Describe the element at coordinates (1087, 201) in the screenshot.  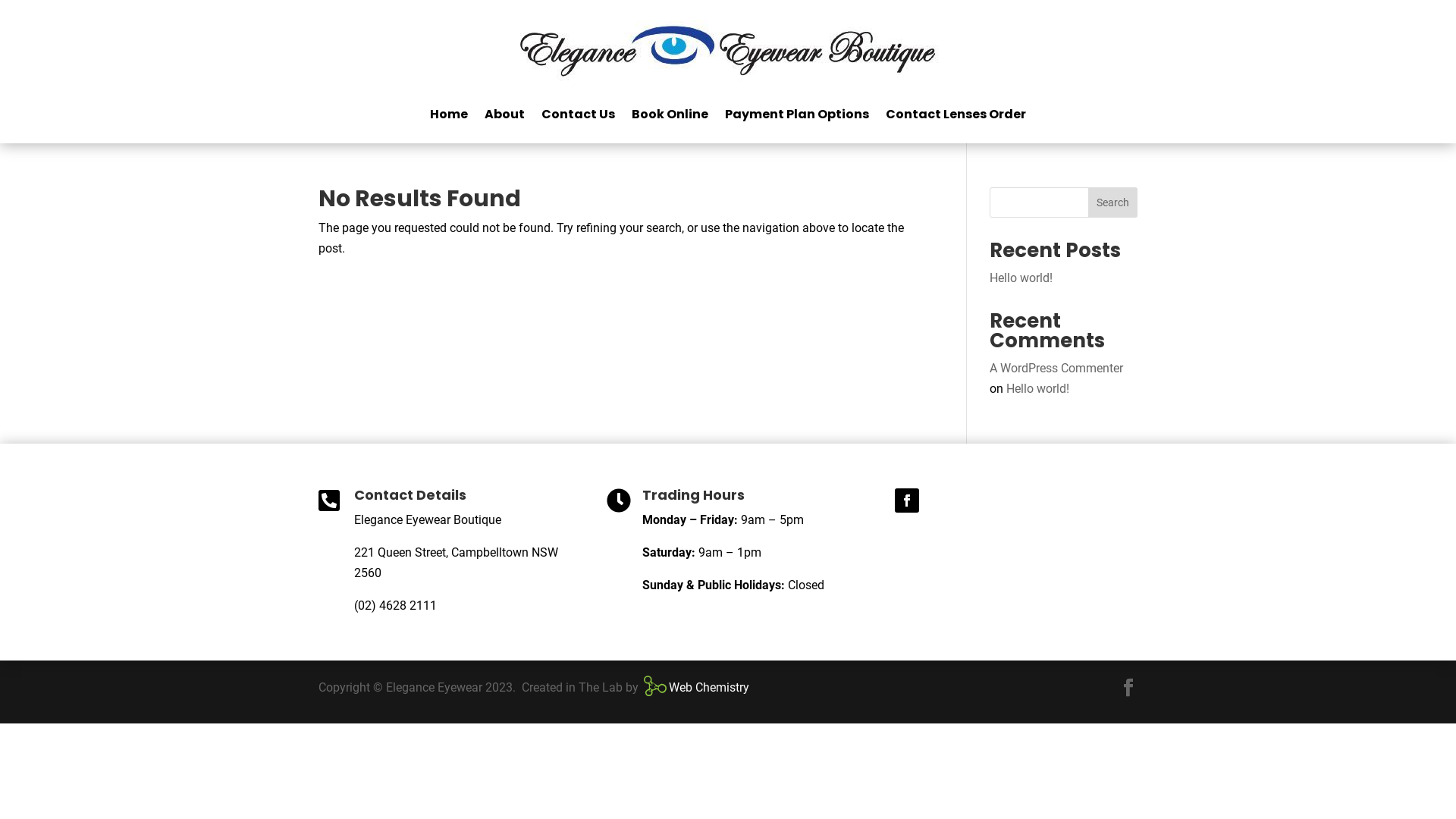
I see `'Search'` at that location.